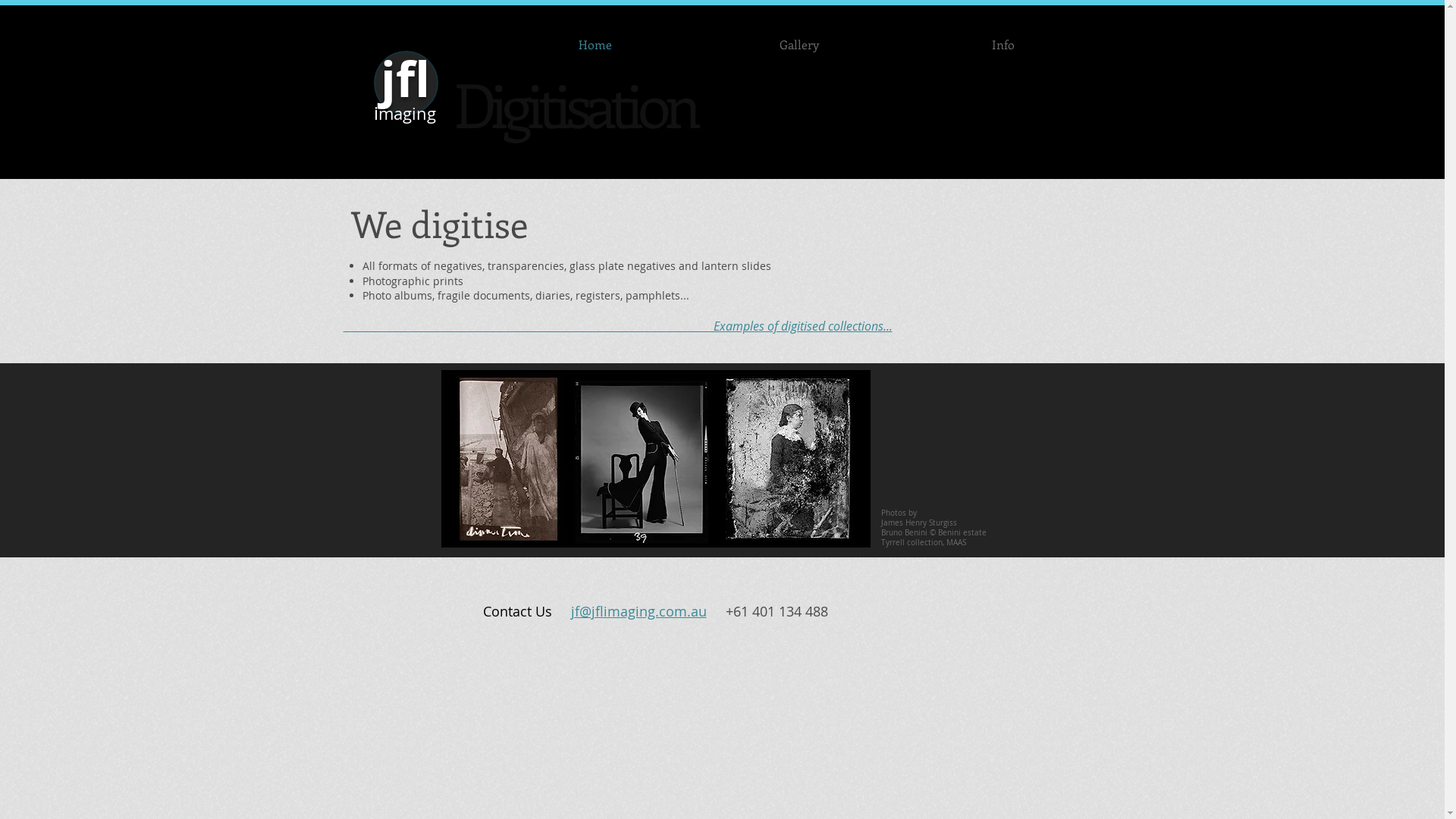  I want to click on 'Contact Us     jf@jflimaging.com.au    ', so click(603, 610).